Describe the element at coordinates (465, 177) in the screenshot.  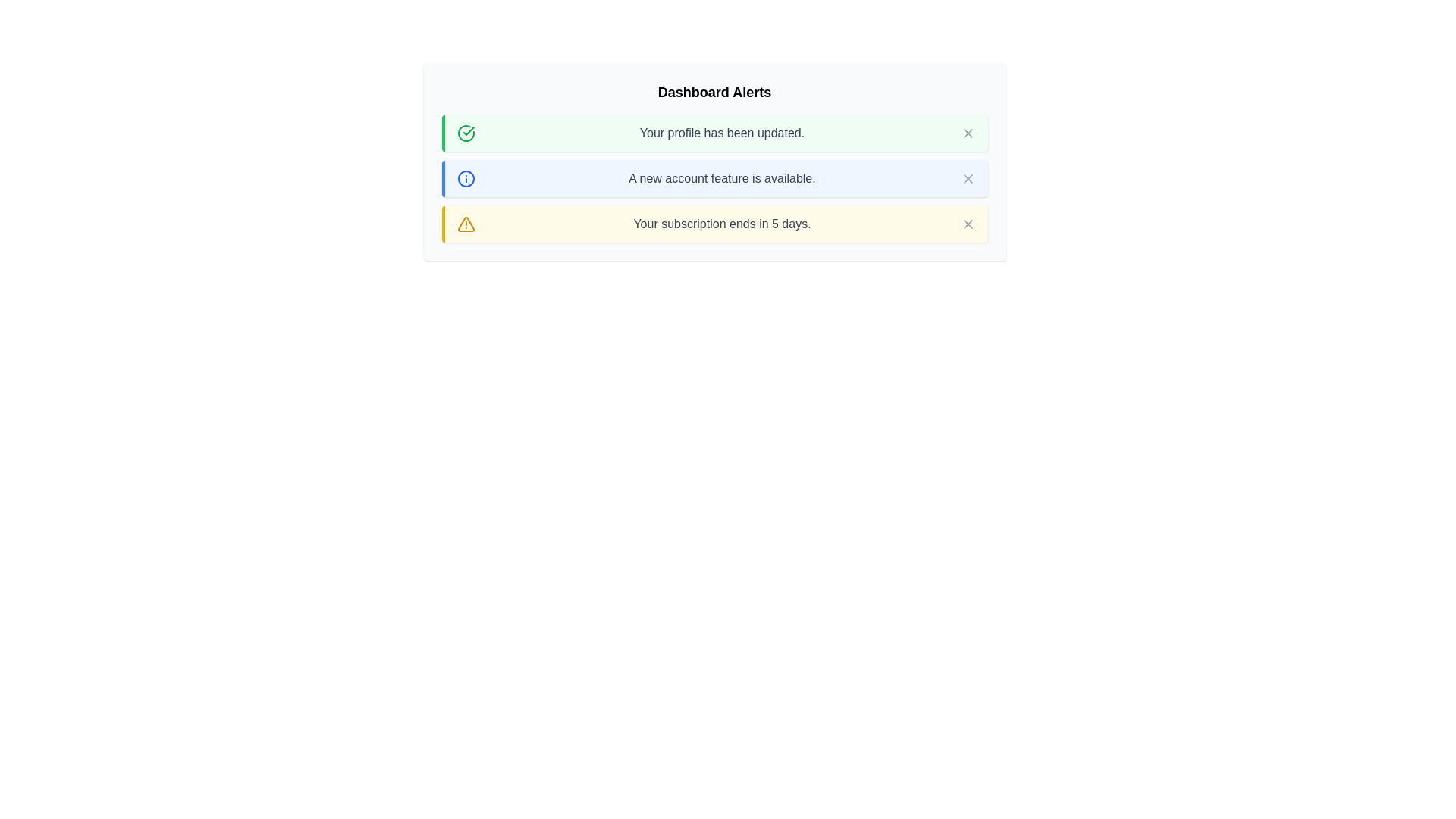
I see `the decorative SVG circle element that serves as the main circular component in the icon next to the text 'A new account feature is available.' in the alerts panel` at that location.